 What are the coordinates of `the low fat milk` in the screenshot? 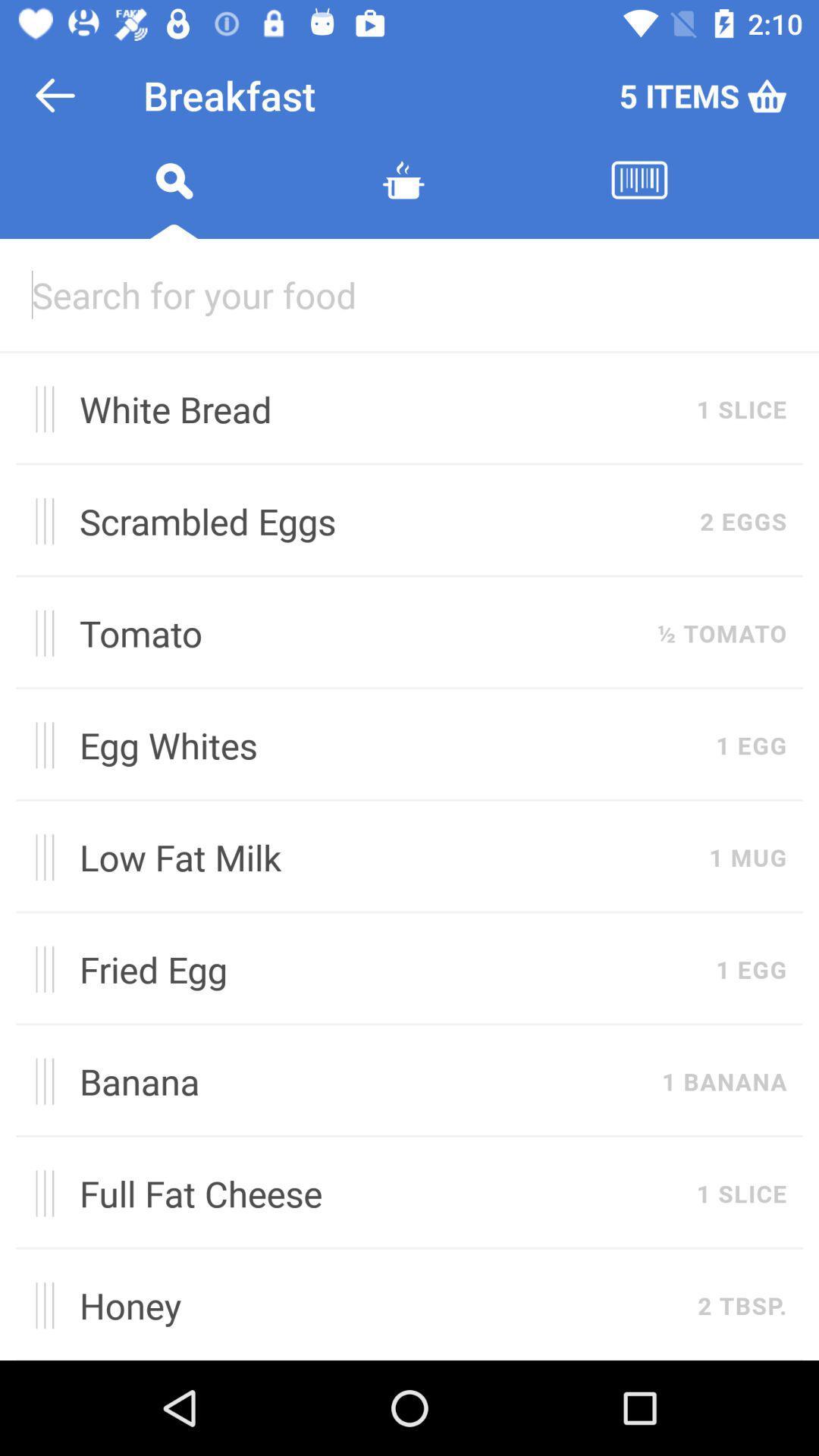 It's located at (385, 857).